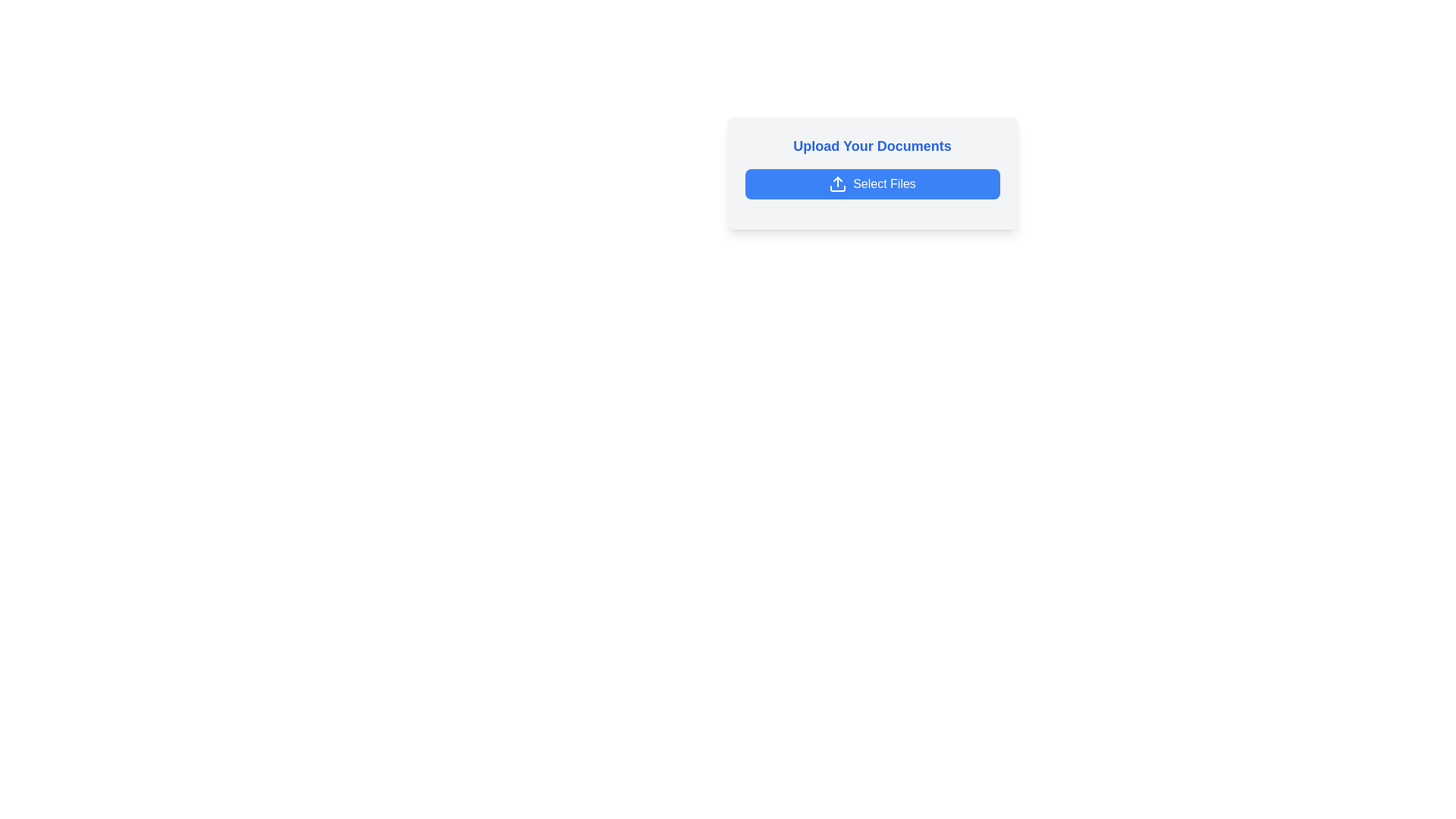  I want to click on the file selection button located below the header text 'Upload Your Documents' in the card-like component to change its background color, so click(872, 184).